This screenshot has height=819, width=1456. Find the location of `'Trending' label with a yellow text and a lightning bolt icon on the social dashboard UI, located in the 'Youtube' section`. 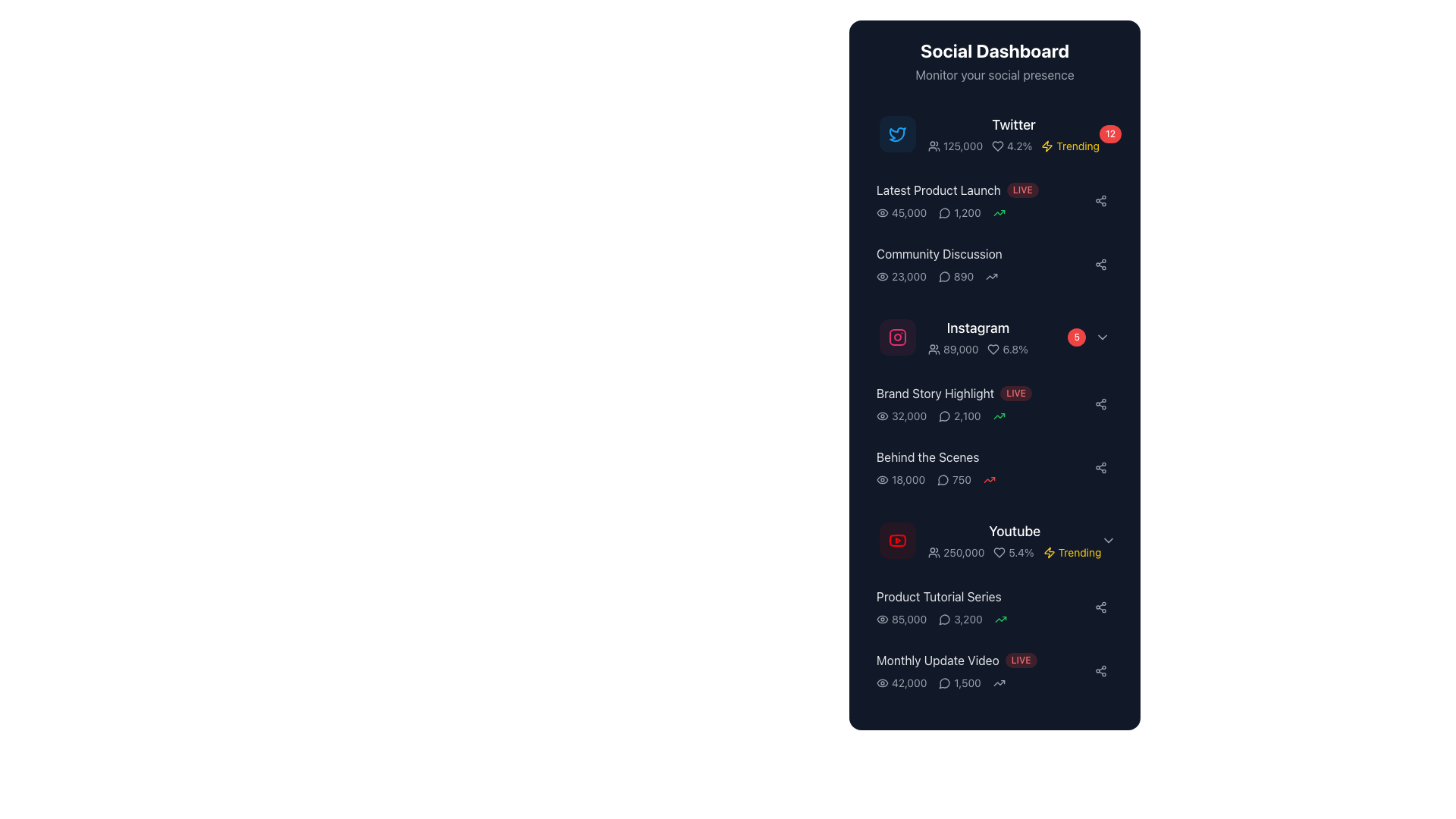

'Trending' label with a yellow text and a lightning bolt icon on the social dashboard UI, located in the 'Youtube' section is located at coordinates (1072, 553).